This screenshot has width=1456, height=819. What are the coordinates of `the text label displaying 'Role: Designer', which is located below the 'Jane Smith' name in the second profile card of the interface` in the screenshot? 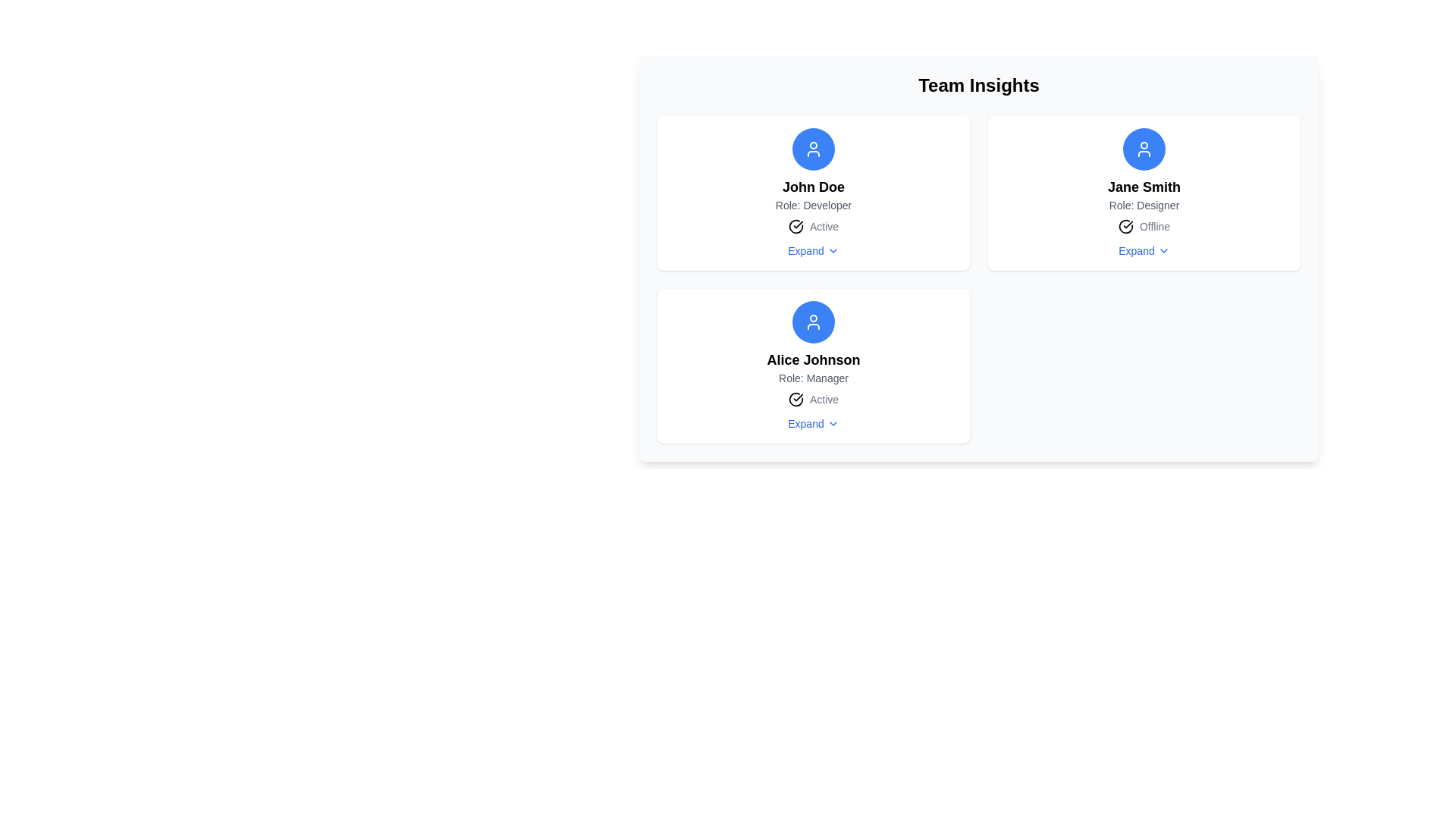 It's located at (1144, 205).